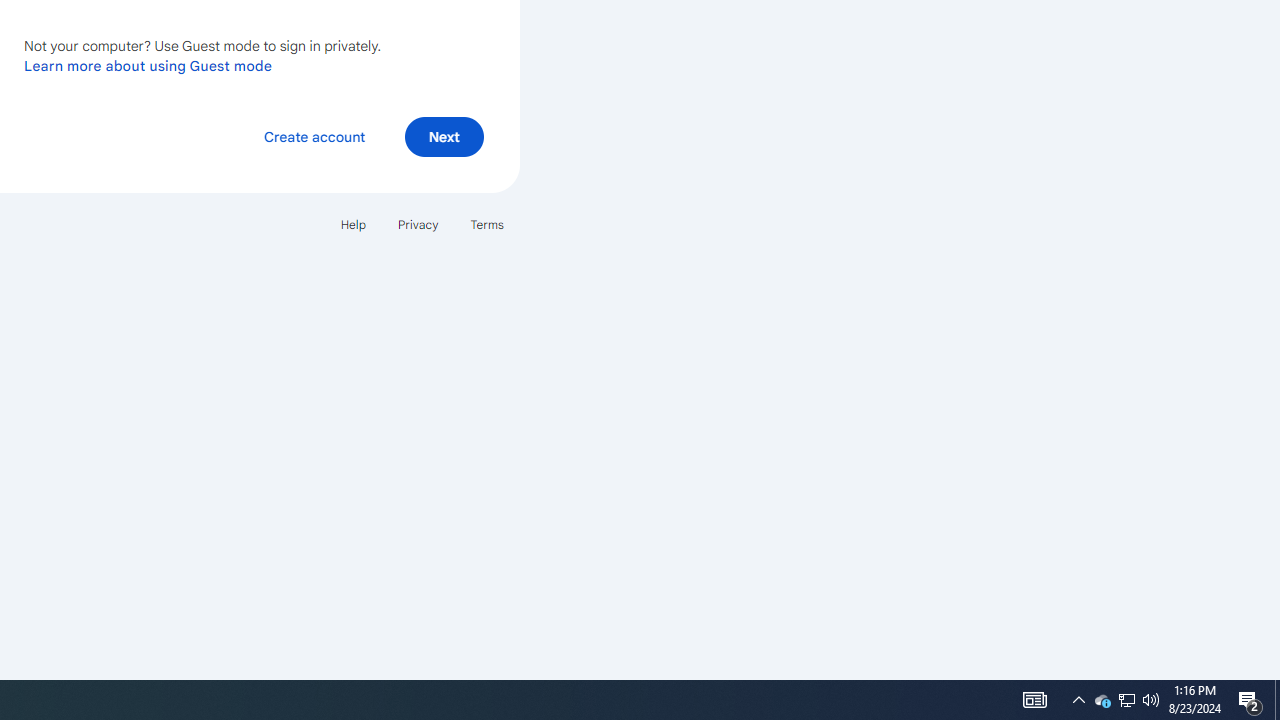 The image size is (1280, 720). Describe the element at coordinates (147, 64) in the screenshot. I see `'Learn more about using Guest mode'` at that location.